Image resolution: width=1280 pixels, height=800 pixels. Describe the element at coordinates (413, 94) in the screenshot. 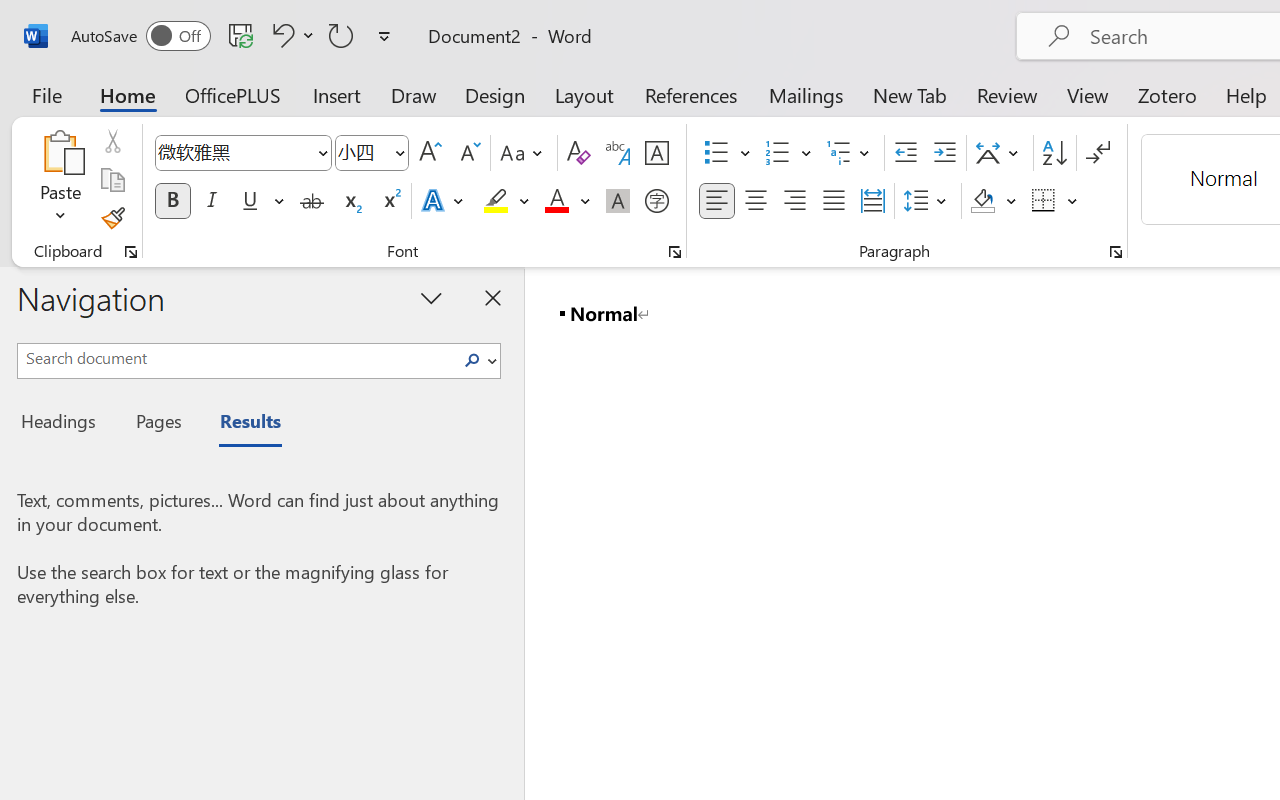

I see `'Draw'` at that location.